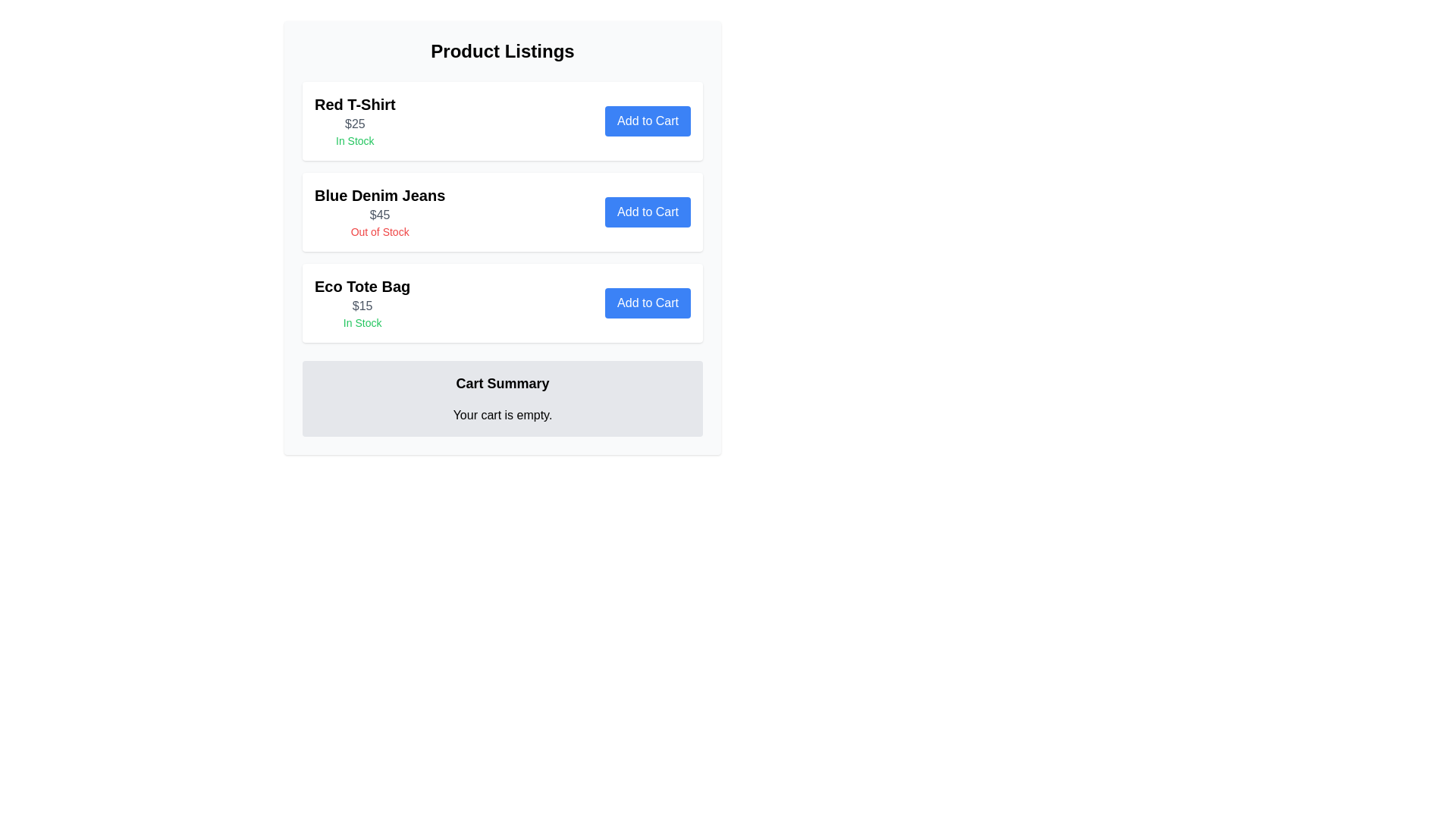 The width and height of the screenshot is (1456, 819). I want to click on the text label displaying the price '$15' for the 'Eco Tote Bag', which is positioned between the title and status in the product listing block, so click(362, 306).